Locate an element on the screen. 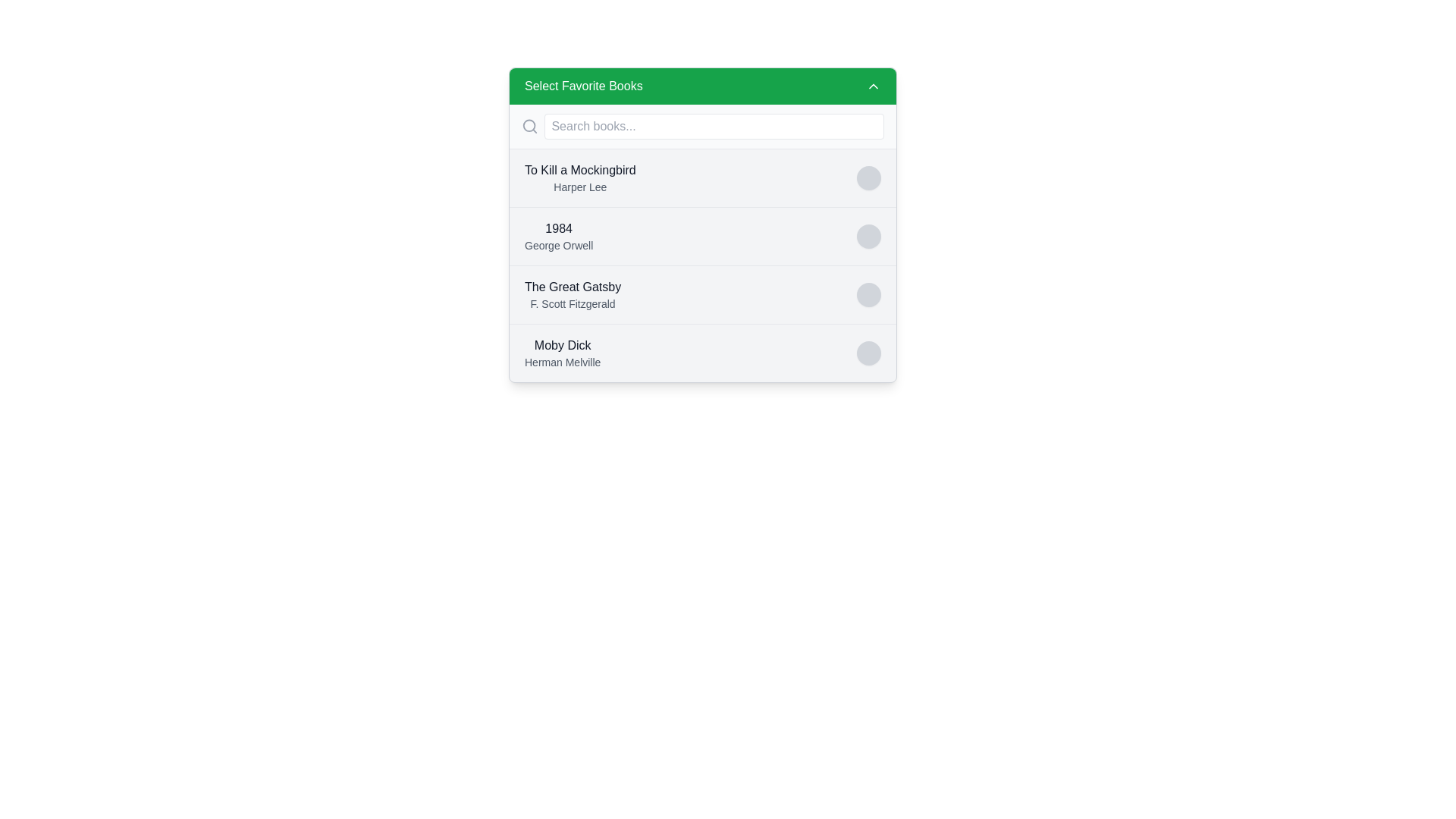 The width and height of the screenshot is (1456, 819). the selectable list item representing 'Moby Dick by Herman Melville' is located at coordinates (701, 353).